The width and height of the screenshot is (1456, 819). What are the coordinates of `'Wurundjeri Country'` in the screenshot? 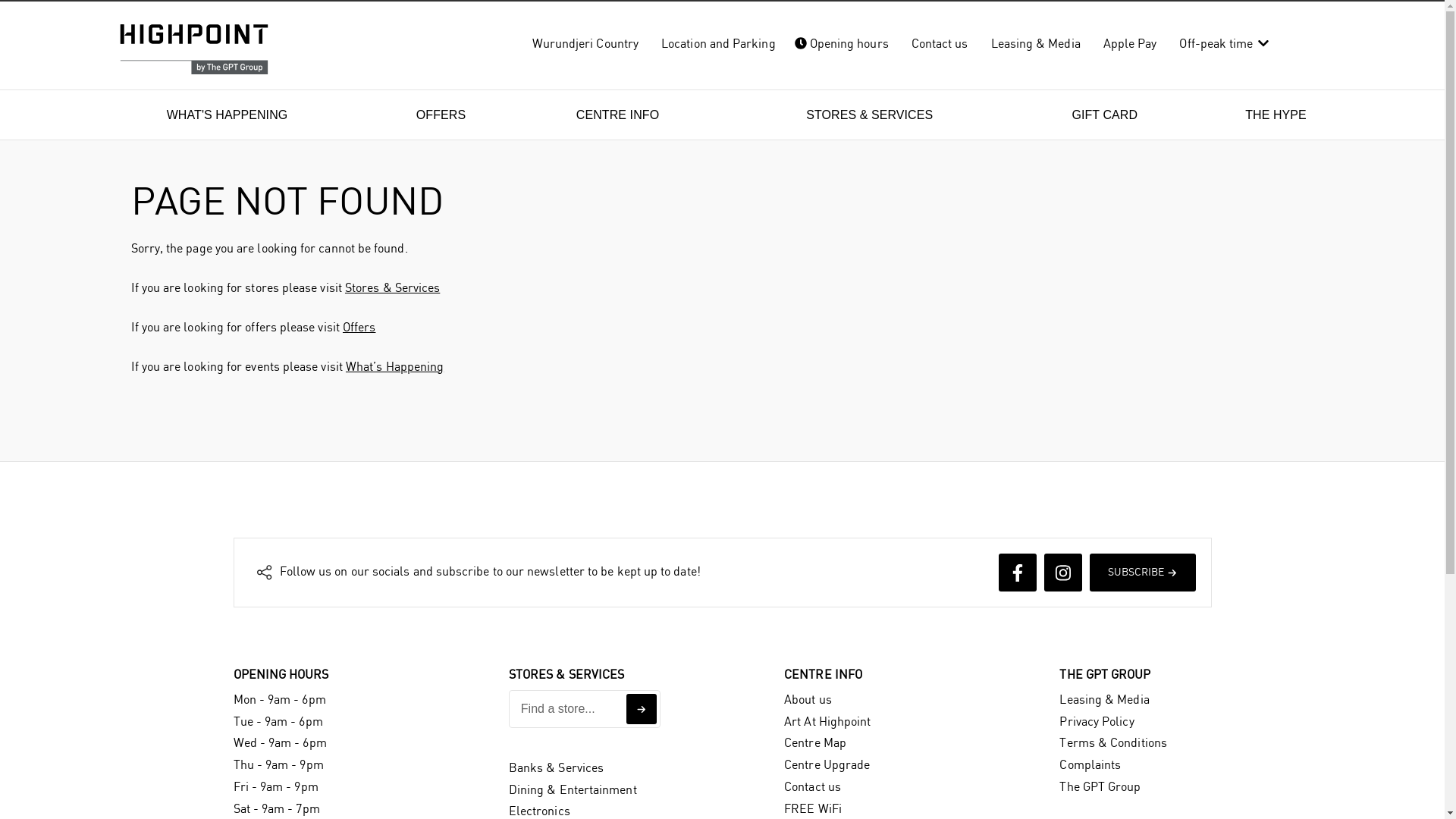 It's located at (585, 43).